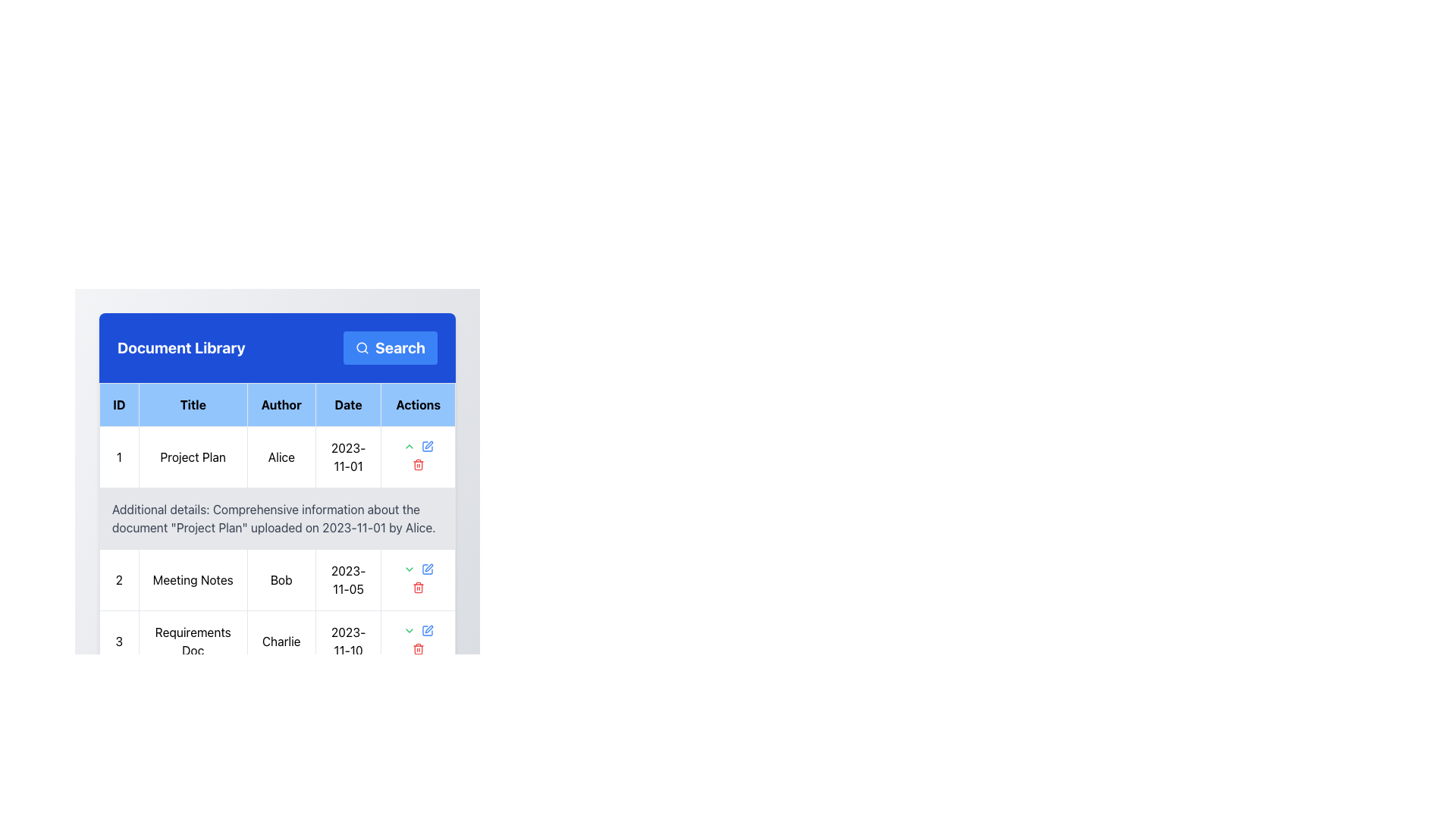  I want to click on the Table Header Row that contains the headers 'ID', 'Title', 'Author', 'Date', and 'Actions' which is located at the top of the table, so click(277, 403).